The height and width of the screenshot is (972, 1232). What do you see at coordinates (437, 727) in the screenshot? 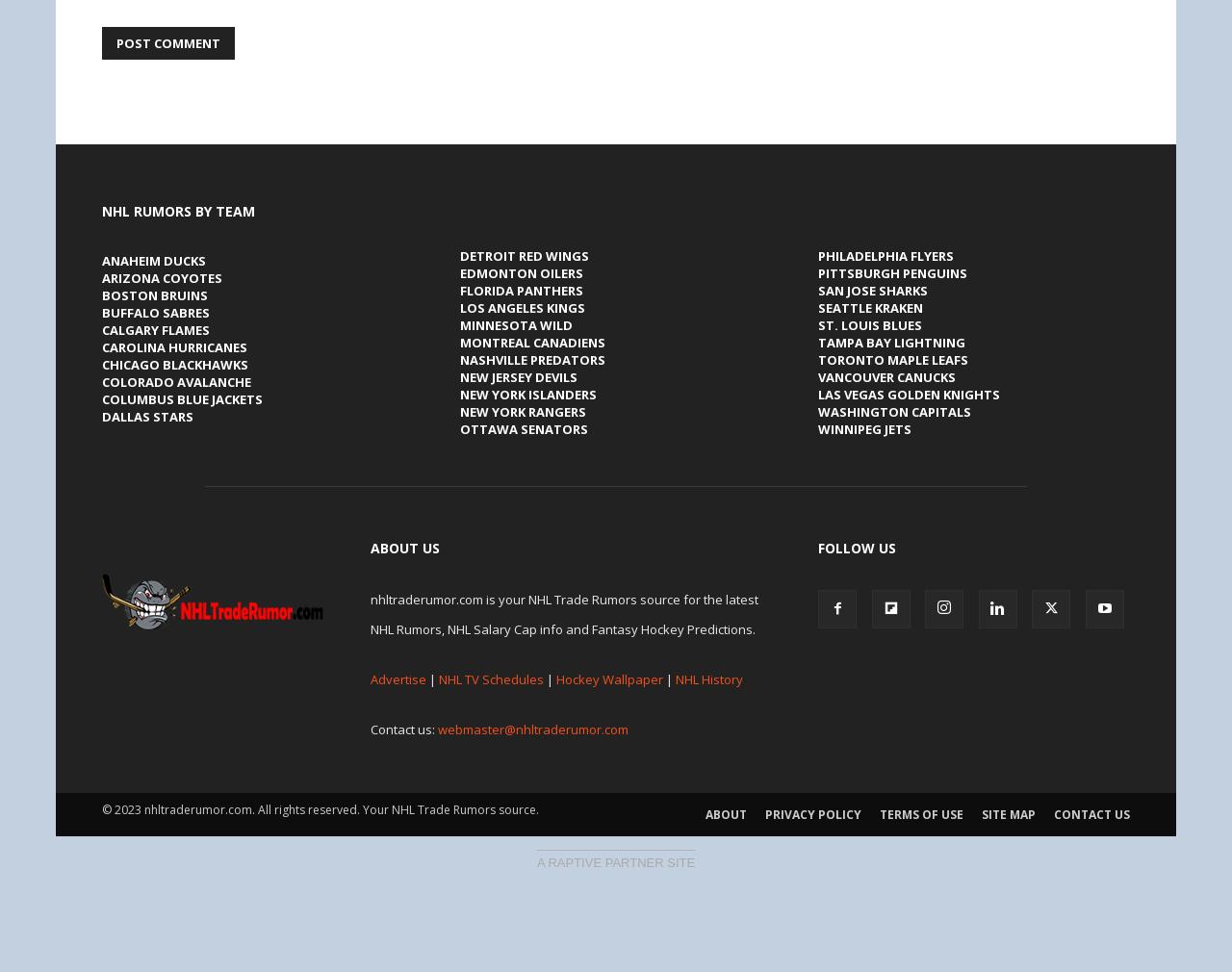
I see `'webmaster@nhltraderumor.com'` at bounding box center [437, 727].